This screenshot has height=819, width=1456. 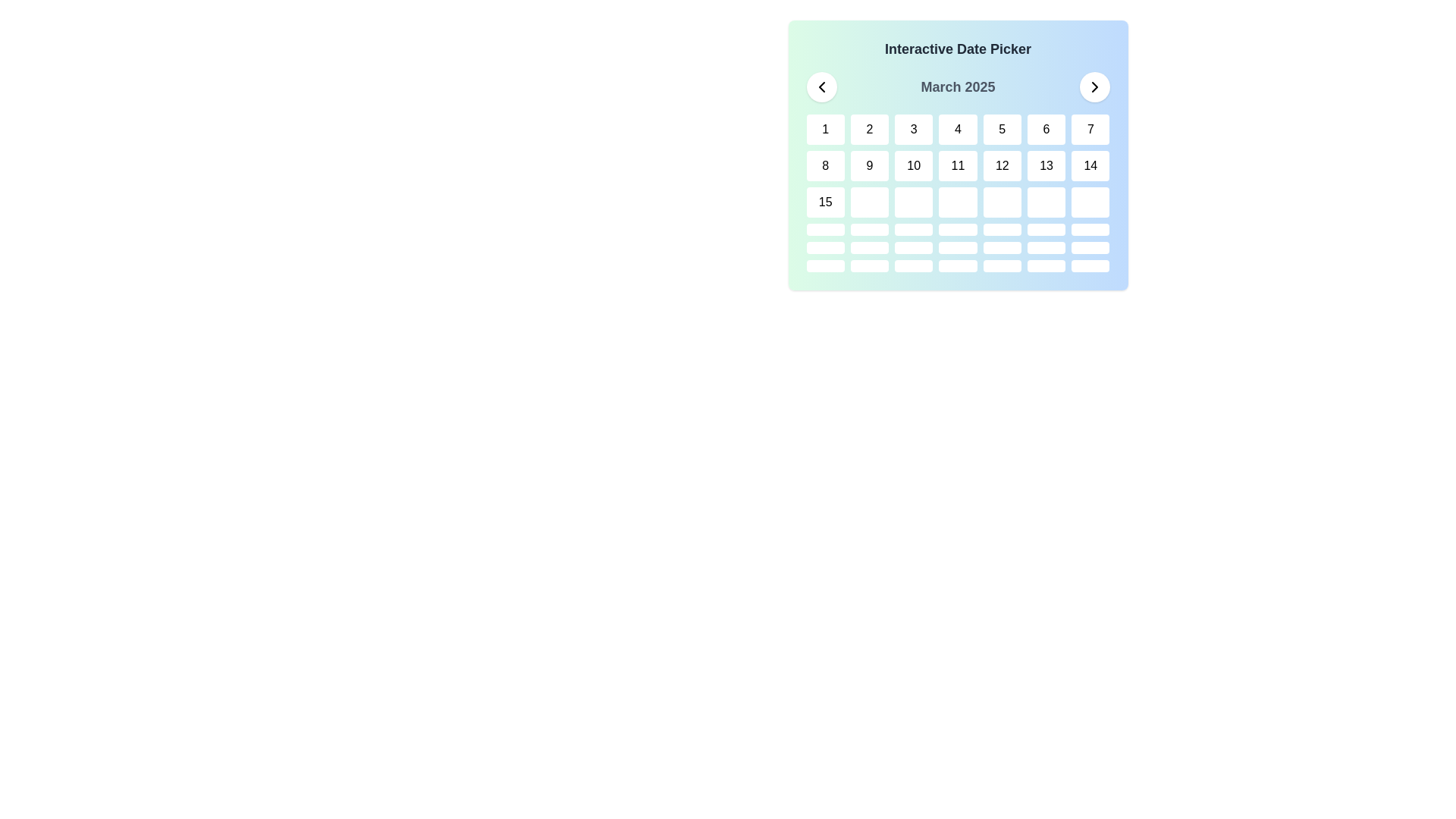 What do you see at coordinates (821, 87) in the screenshot?
I see `the navigation button to the left of the displayed month text ('March 2025') in the date picker interface` at bounding box center [821, 87].